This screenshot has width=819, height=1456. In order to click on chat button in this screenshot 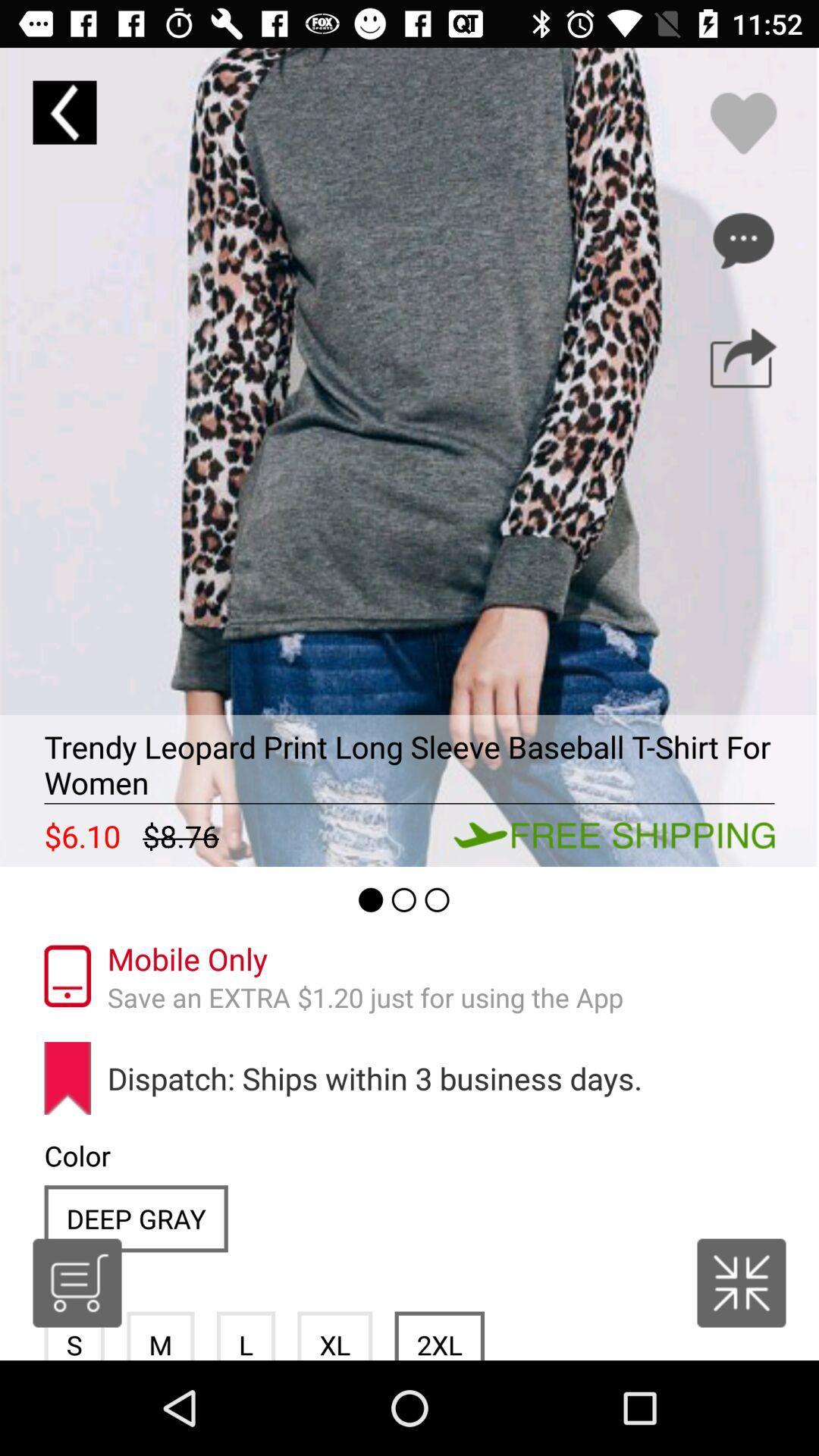, I will do `click(742, 240)`.